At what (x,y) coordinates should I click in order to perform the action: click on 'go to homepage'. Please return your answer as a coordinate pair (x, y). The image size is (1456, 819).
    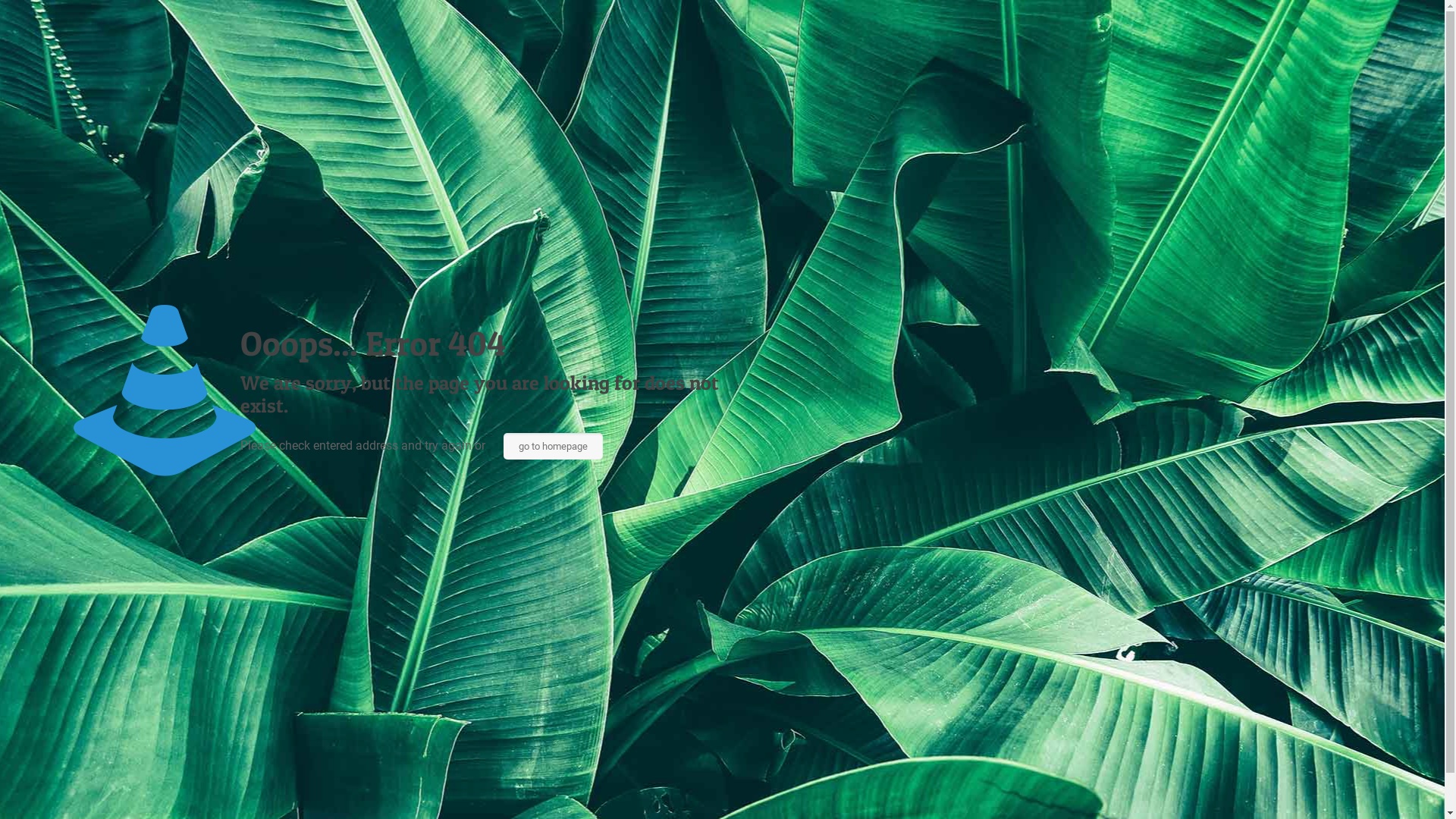
    Looking at the image, I should click on (552, 445).